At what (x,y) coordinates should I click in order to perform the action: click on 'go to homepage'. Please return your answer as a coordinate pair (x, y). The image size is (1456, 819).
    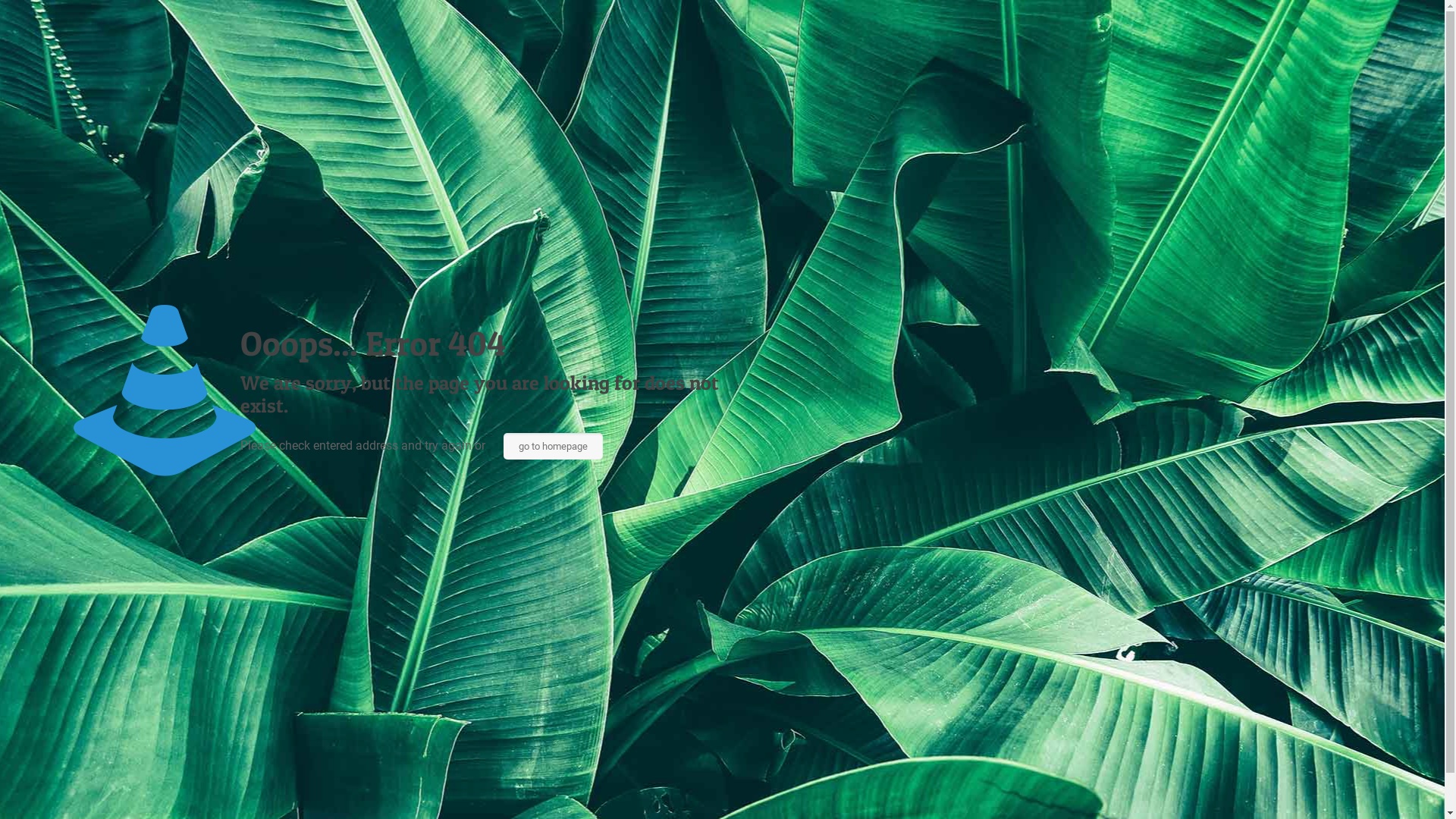
    Looking at the image, I should click on (552, 445).